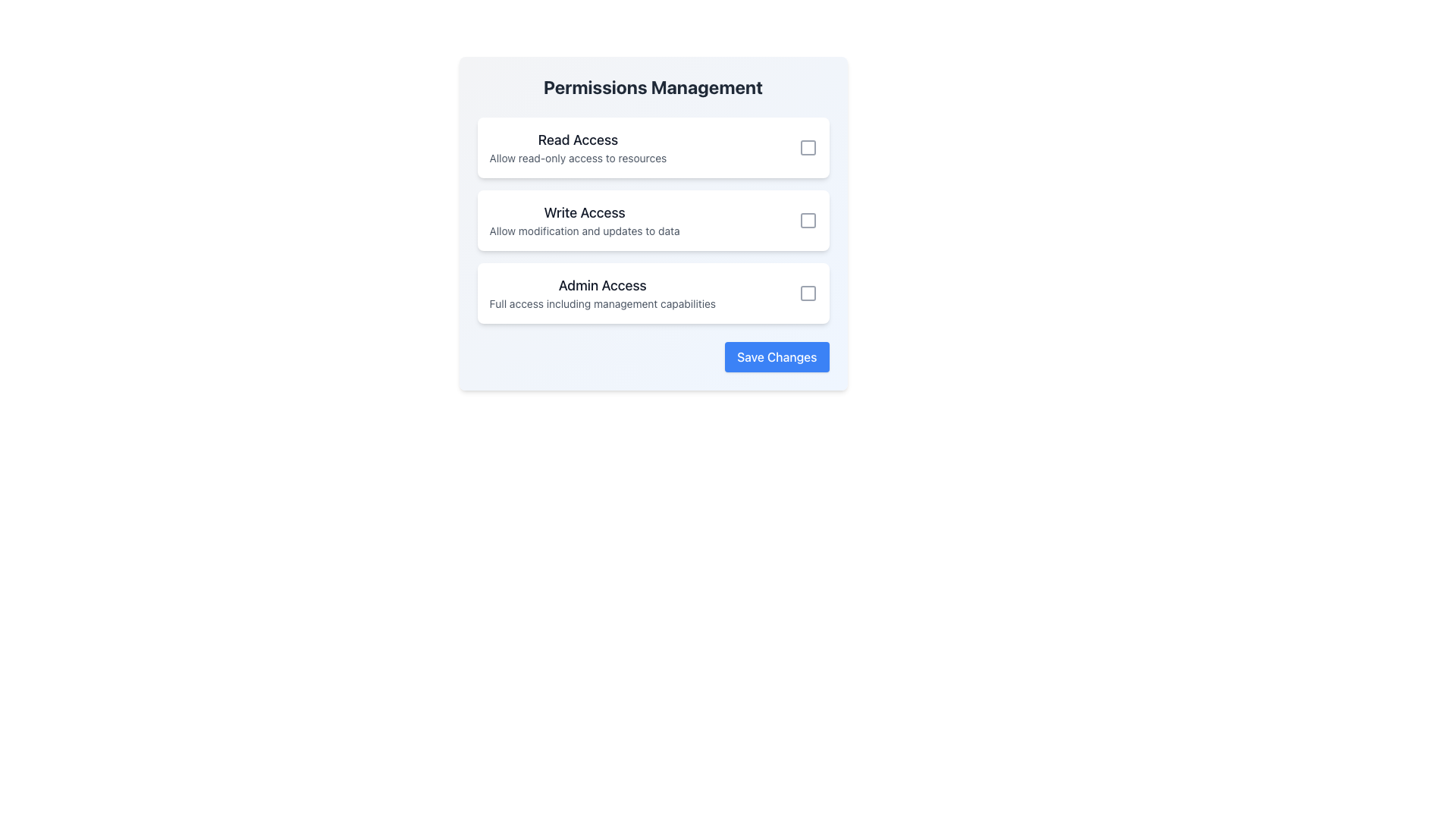 The image size is (1456, 819). I want to click on the 'Write Access' text label, which is the second permission option in the list, positioned between 'Read Access' and 'Admin Access', so click(584, 213).